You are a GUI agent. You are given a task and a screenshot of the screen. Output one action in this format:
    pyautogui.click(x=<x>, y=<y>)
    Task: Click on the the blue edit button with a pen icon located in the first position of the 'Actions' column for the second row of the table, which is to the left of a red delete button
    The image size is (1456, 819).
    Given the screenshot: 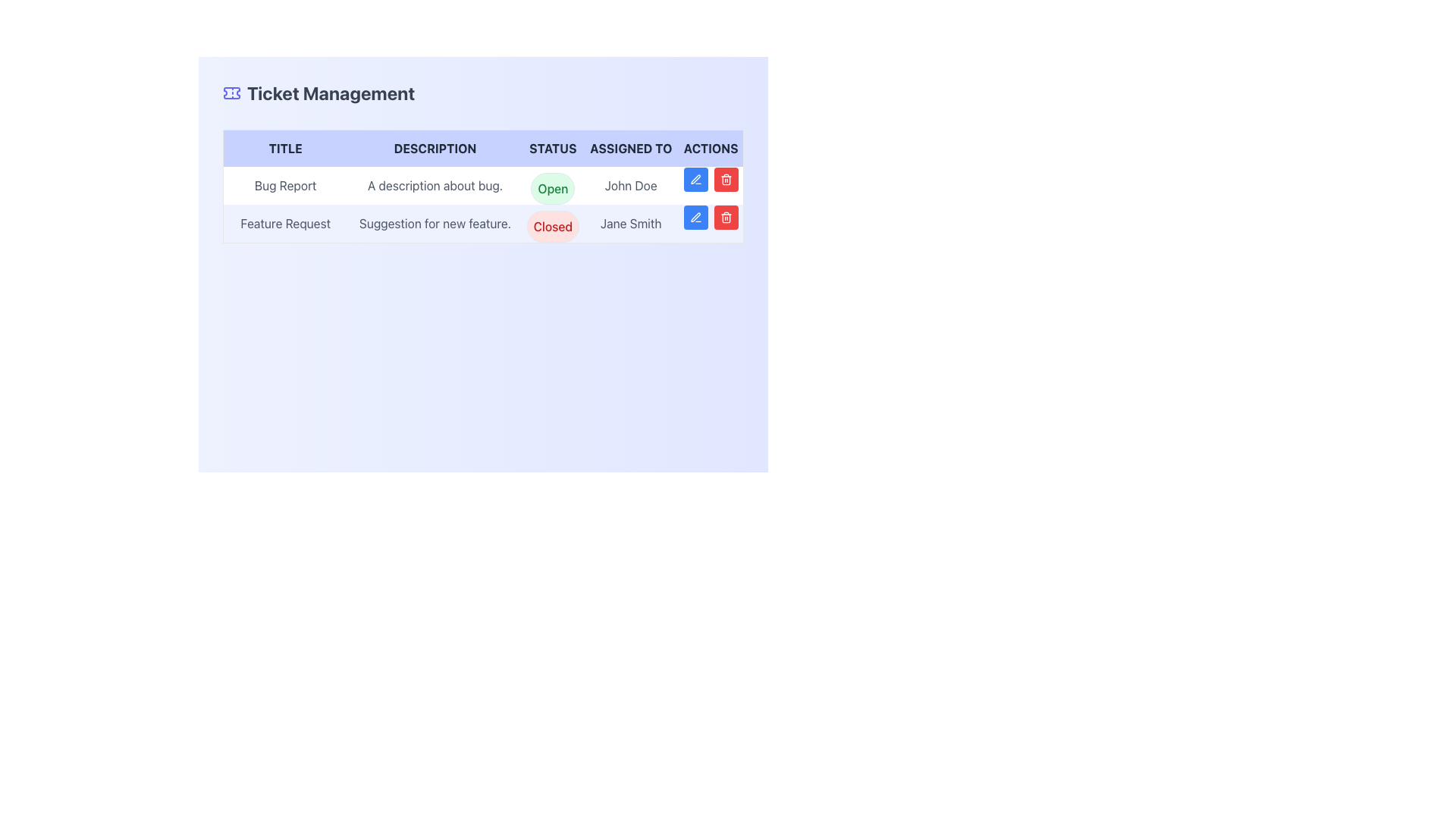 What is the action you would take?
    pyautogui.click(x=695, y=217)
    